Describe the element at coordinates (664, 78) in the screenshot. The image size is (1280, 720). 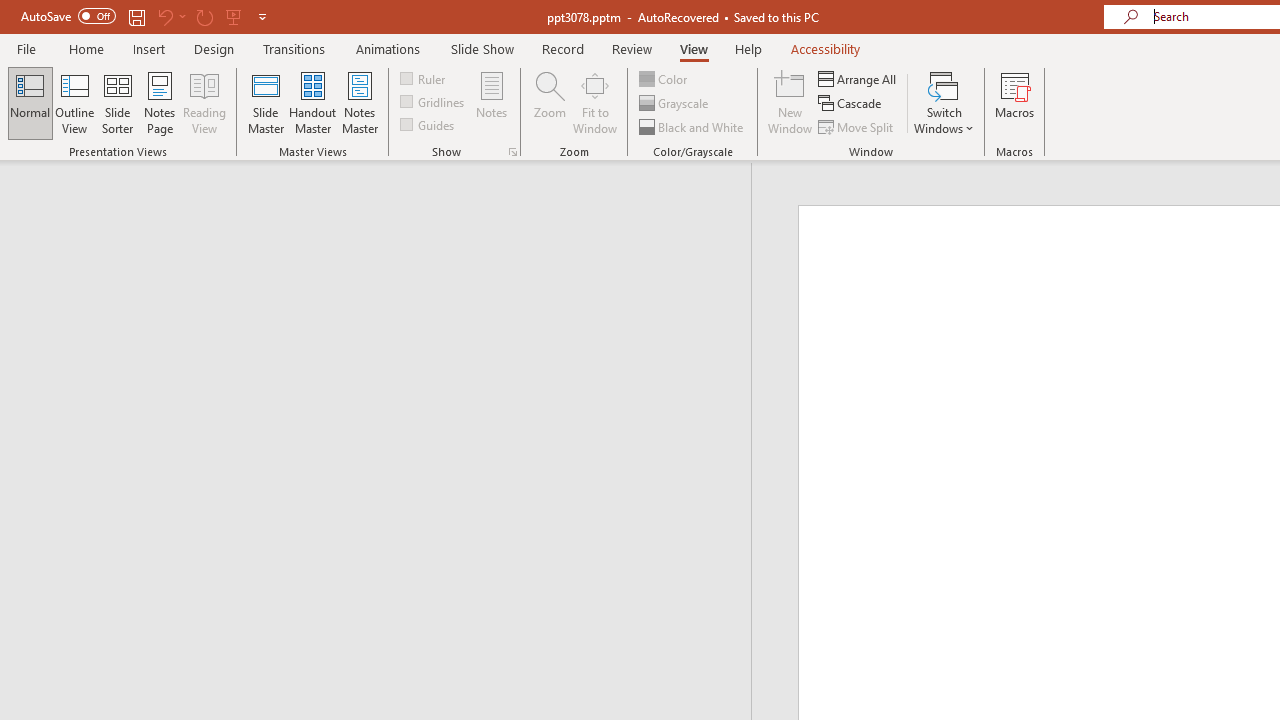
I see `'Color'` at that location.